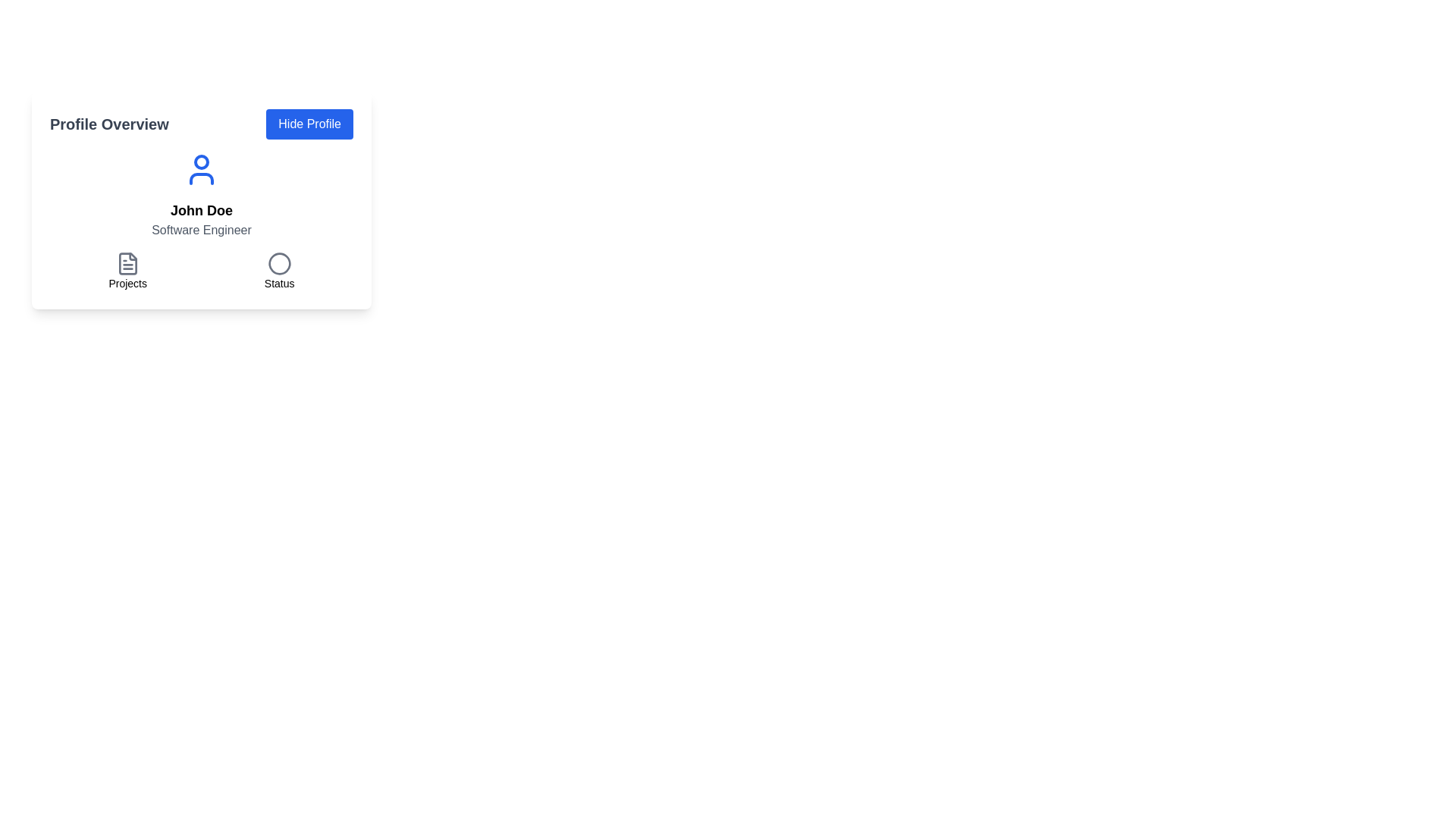 The image size is (1456, 819). I want to click on text content of the 'Software Engineer' label, which is a gray text label located below 'John Doe' in the profile card layout, so click(200, 231).